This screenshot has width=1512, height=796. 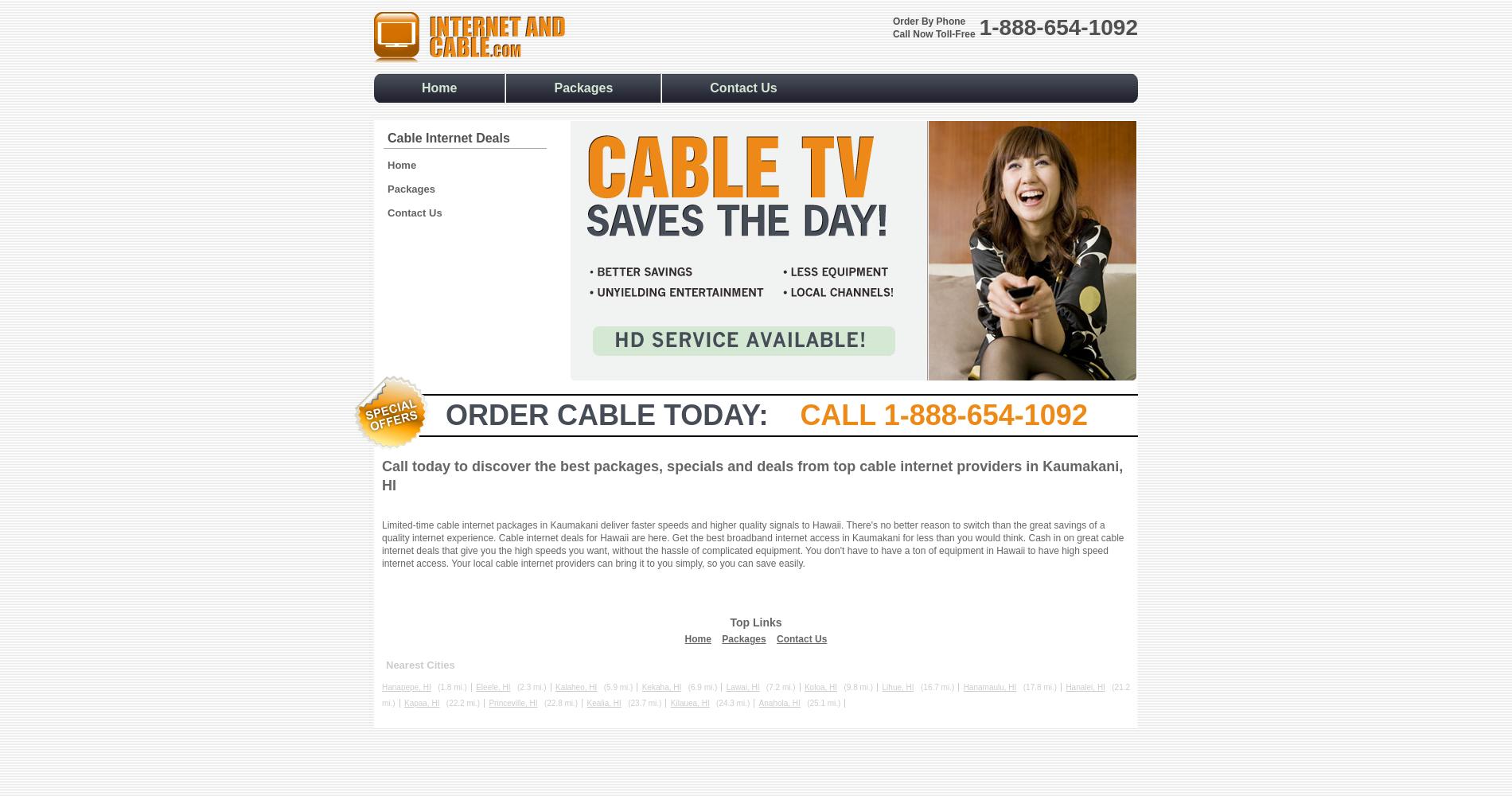 I want to click on 'Lawai, HI', so click(x=742, y=686).